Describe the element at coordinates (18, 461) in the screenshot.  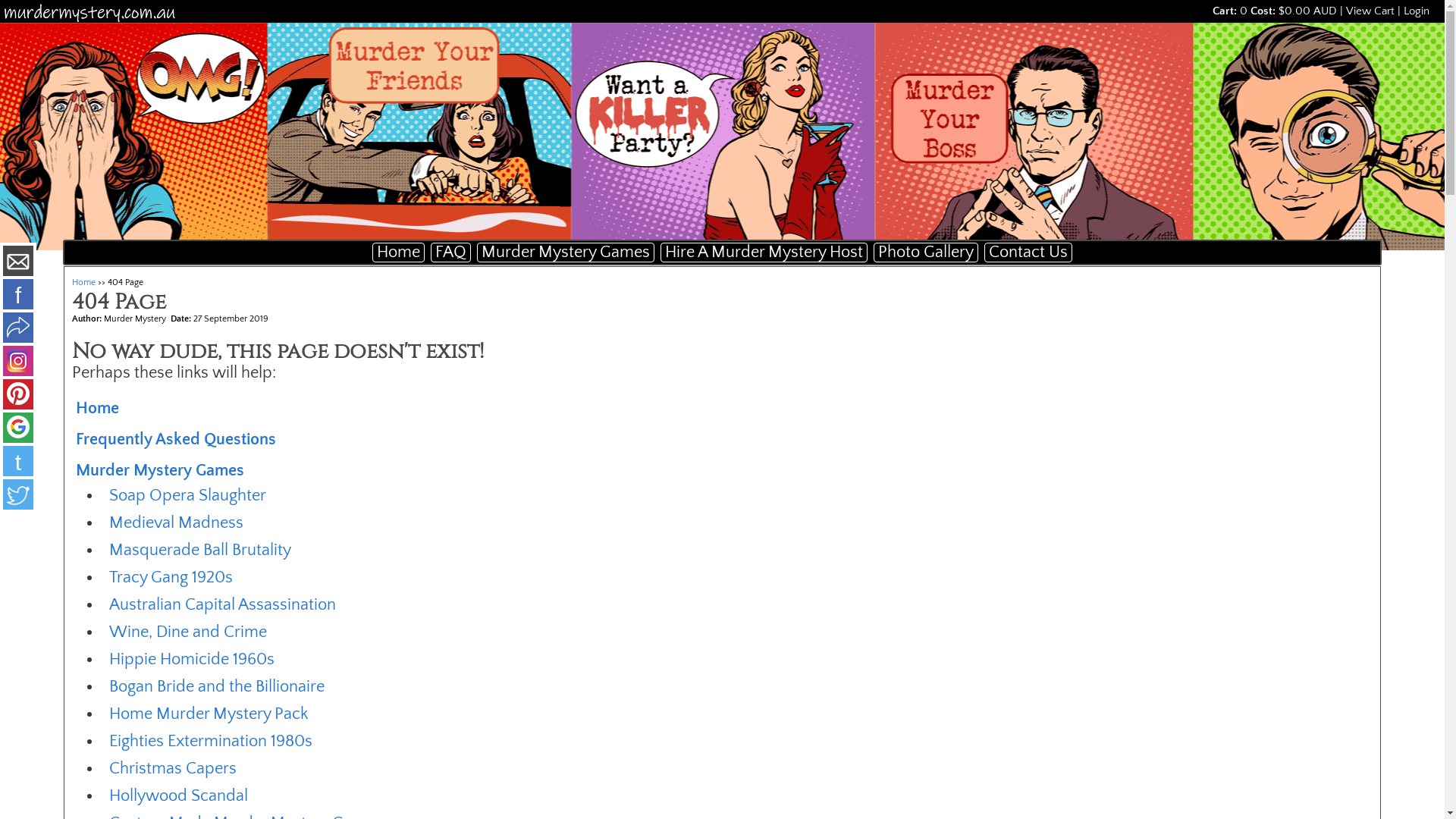
I see `'t'` at that location.